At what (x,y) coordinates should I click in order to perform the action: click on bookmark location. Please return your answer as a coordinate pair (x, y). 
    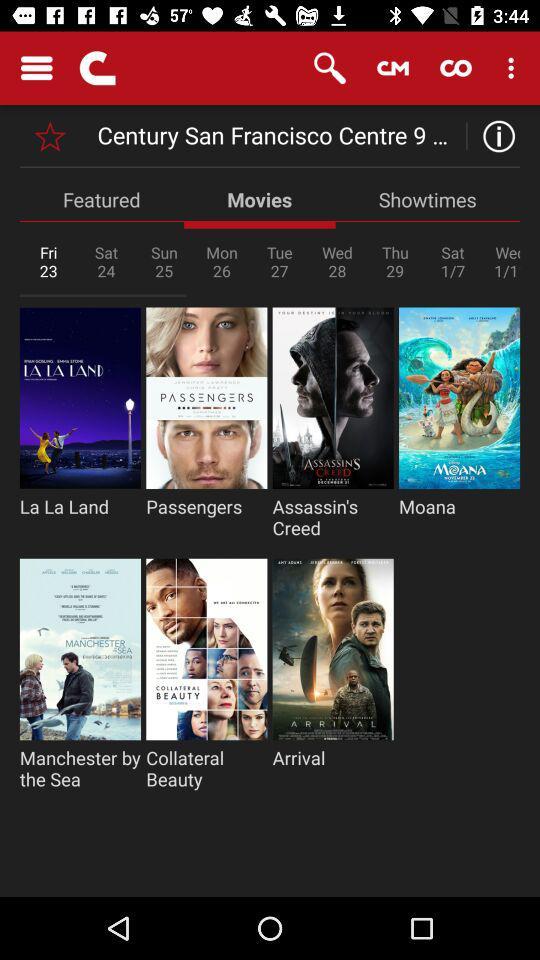
    Looking at the image, I should click on (50, 135).